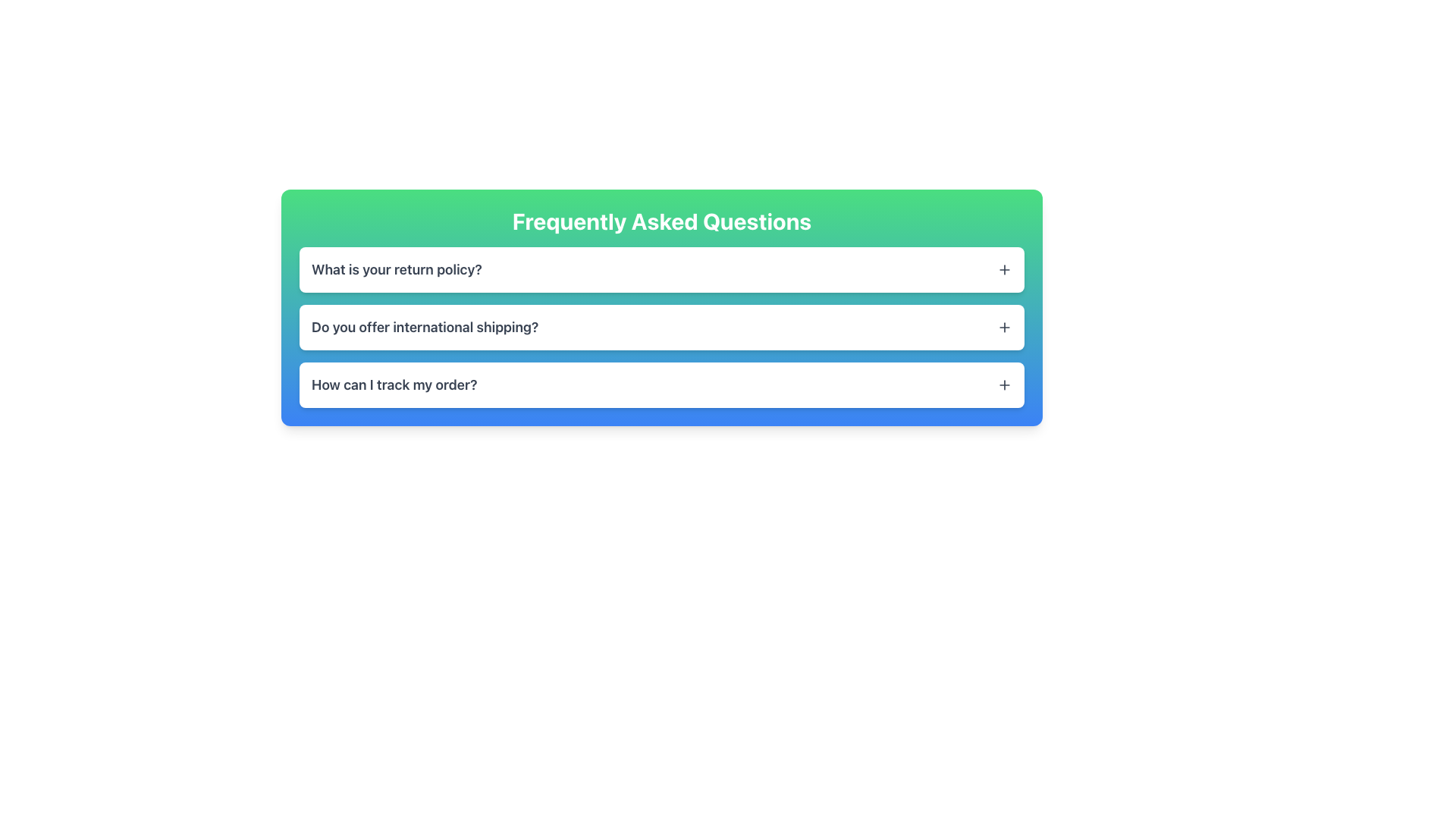 This screenshot has width=1456, height=819. Describe the element at coordinates (1004, 268) in the screenshot. I see `the small plus sign icon located at the far right of the question item titled 'What is your return policy?'` at that location.